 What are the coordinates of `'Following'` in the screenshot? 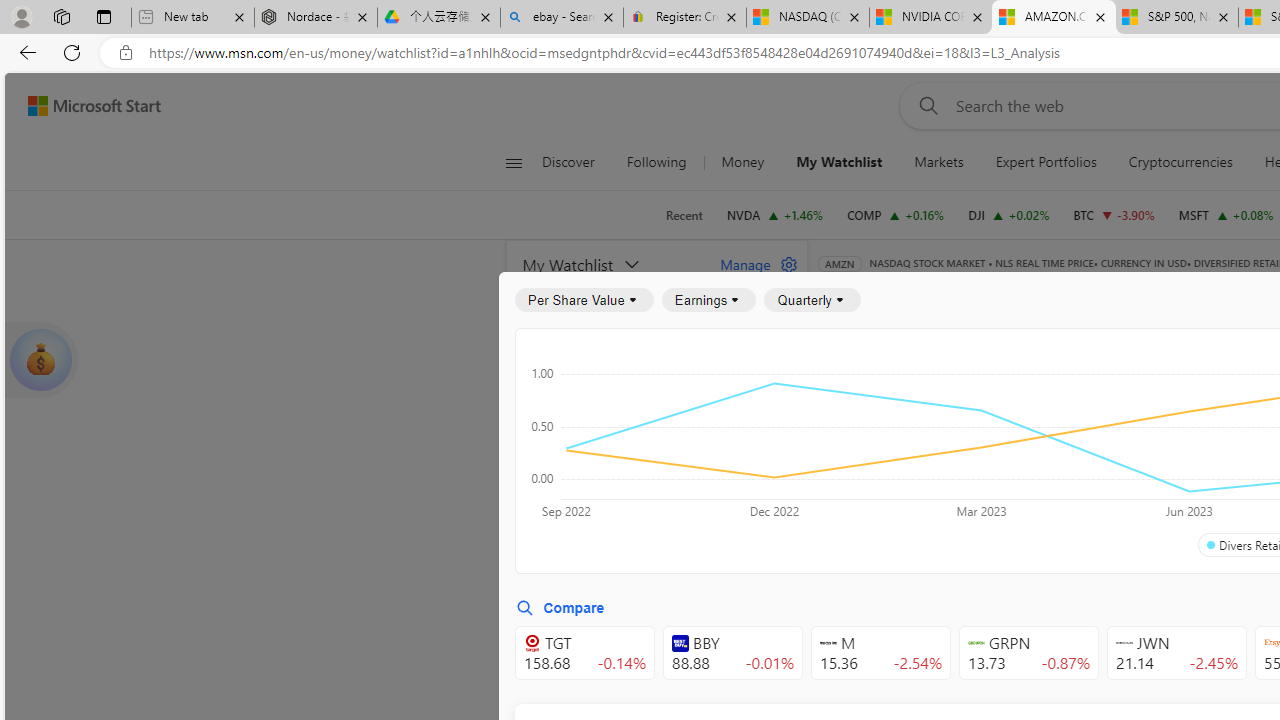 It's located at (658, 162).